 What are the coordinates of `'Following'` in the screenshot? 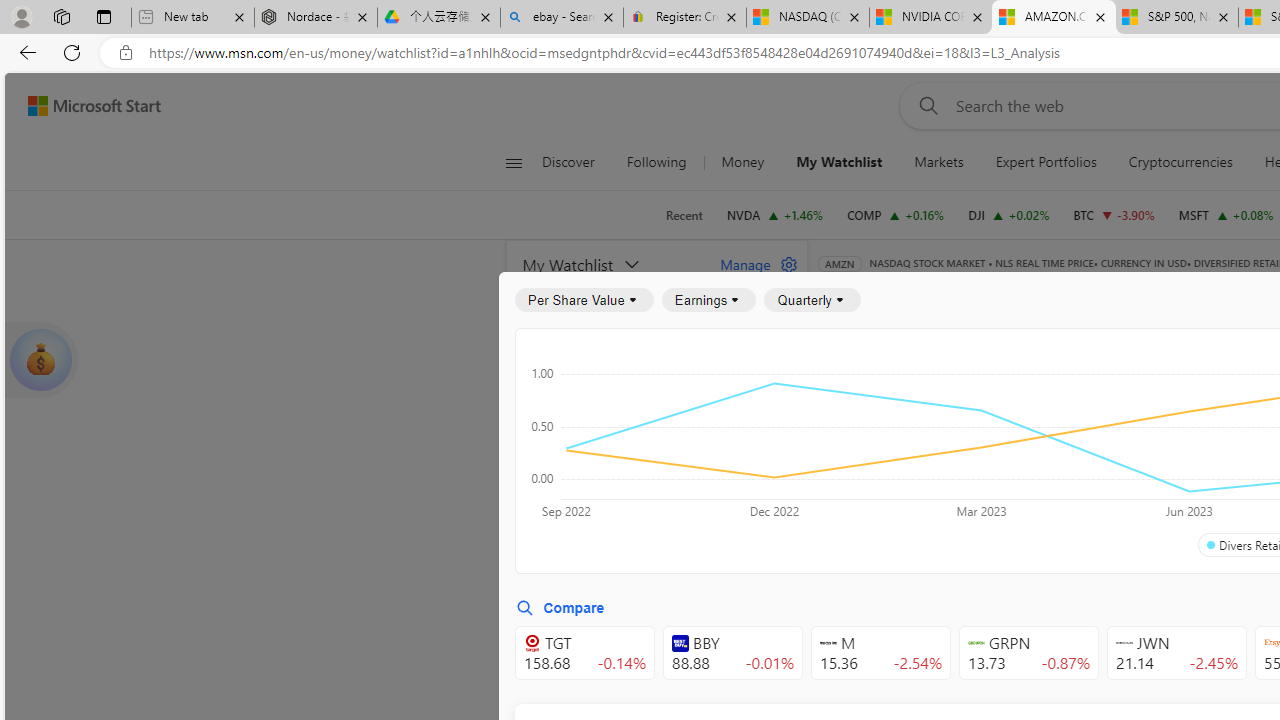 It's located at (658, 162).